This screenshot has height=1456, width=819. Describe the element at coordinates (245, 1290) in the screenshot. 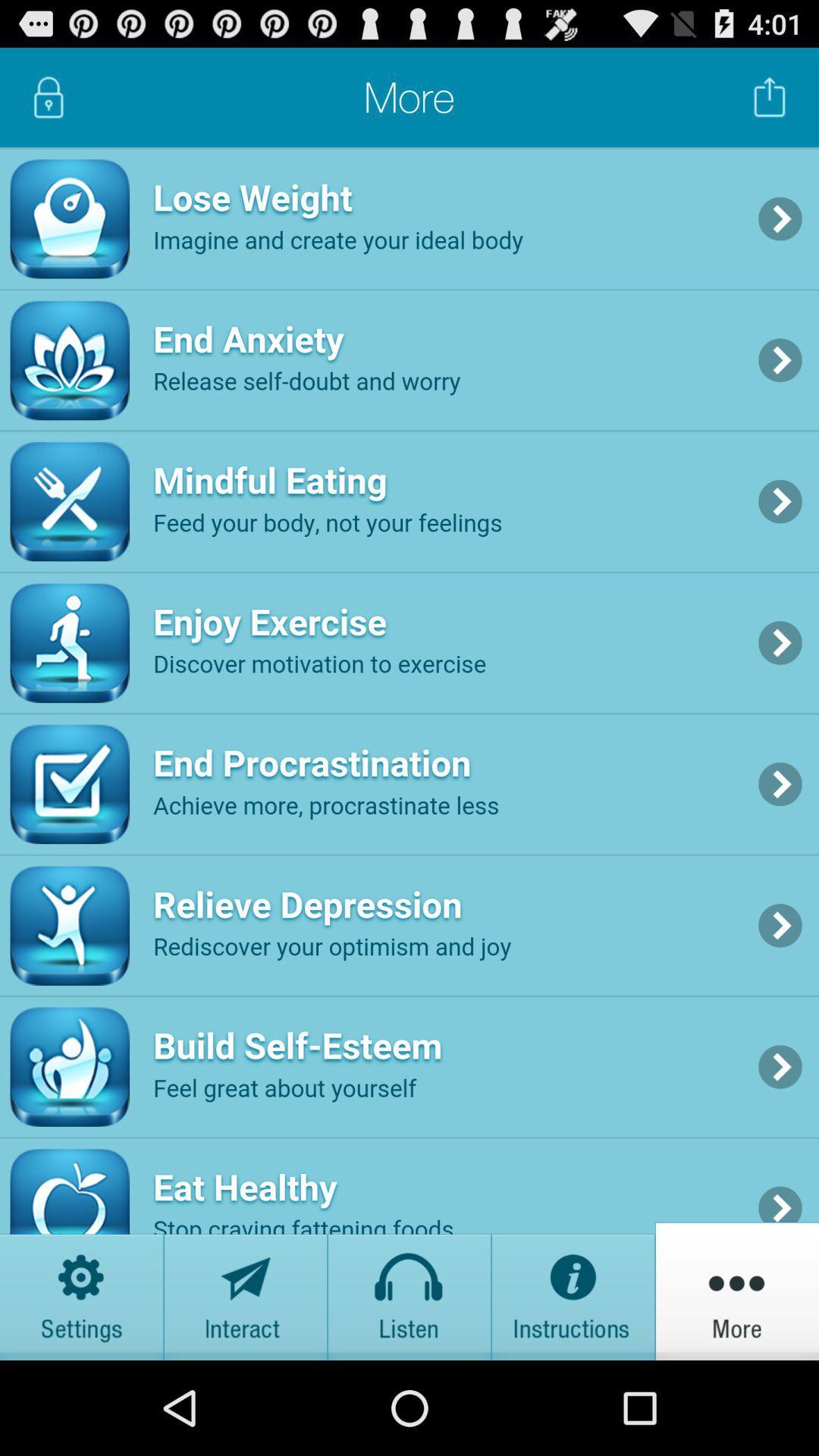

I see `send message` at that location.